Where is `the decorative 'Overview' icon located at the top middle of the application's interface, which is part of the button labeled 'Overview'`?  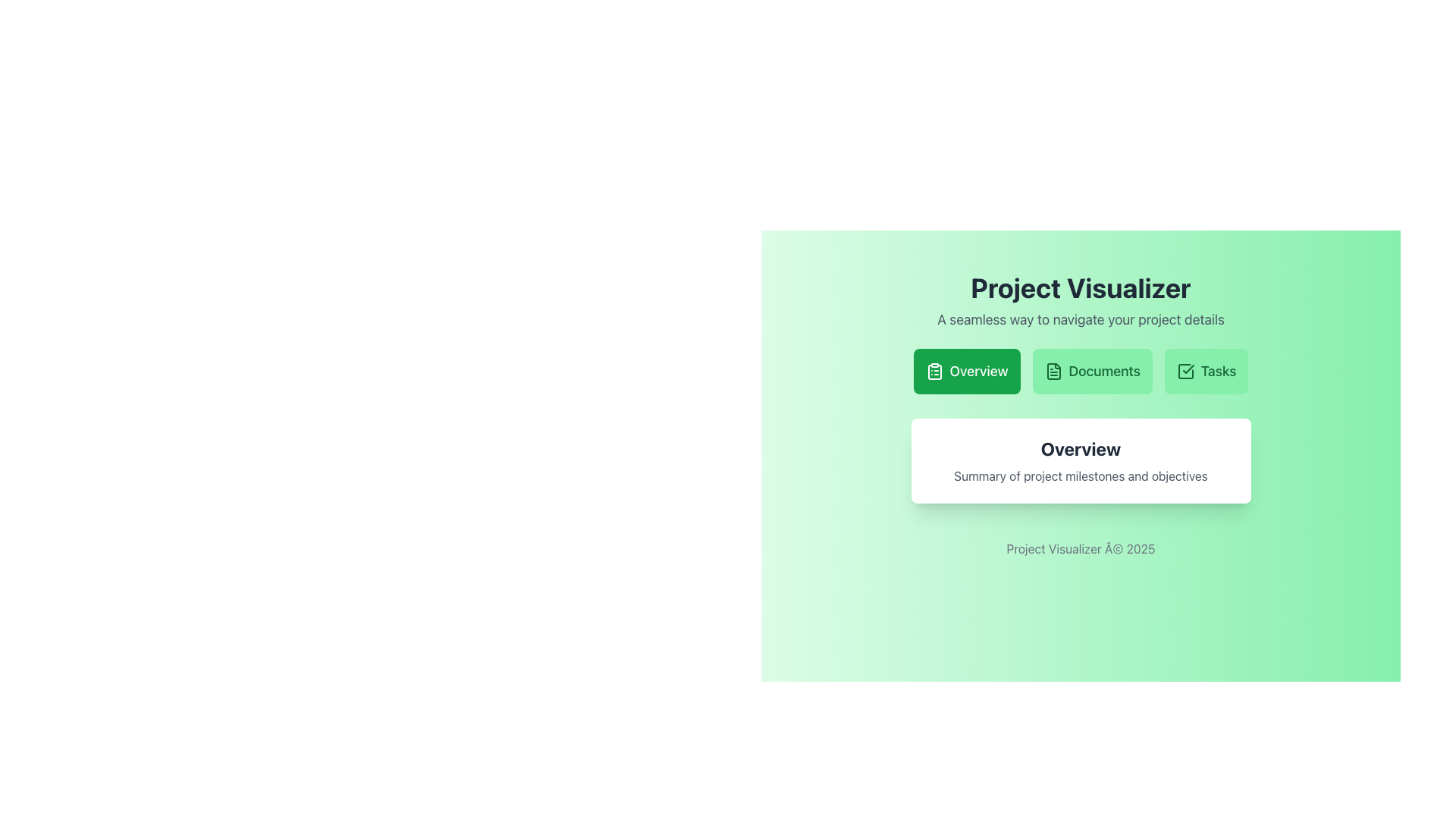 the decorative 'Overview' icon located at the top middle of the application's interface, which is part of the button labeled 'Overview' is located at coordinates (934, 372).